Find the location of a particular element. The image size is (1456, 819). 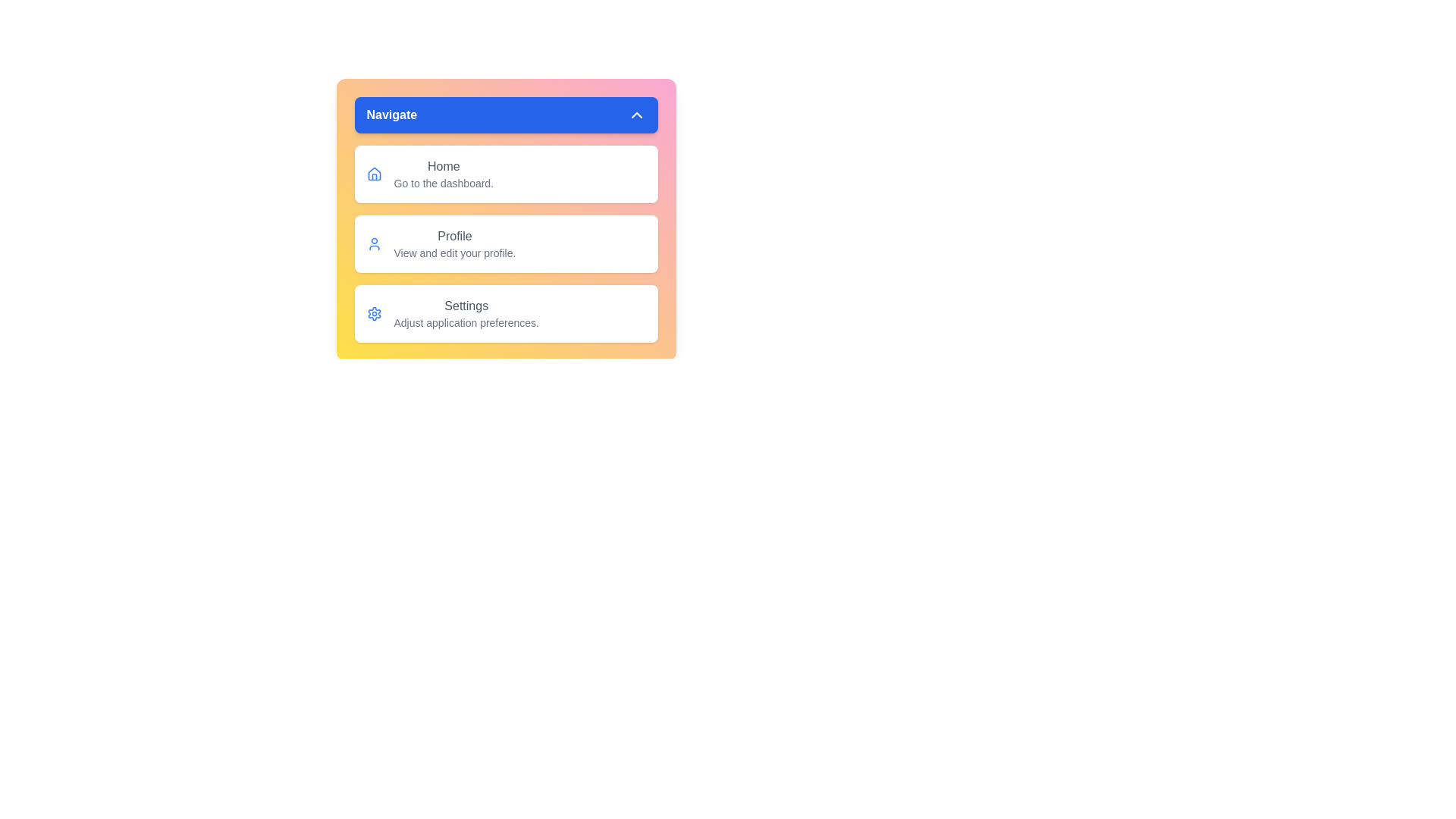

the menu item Home from the visible options is located at coordinates (506, 174).